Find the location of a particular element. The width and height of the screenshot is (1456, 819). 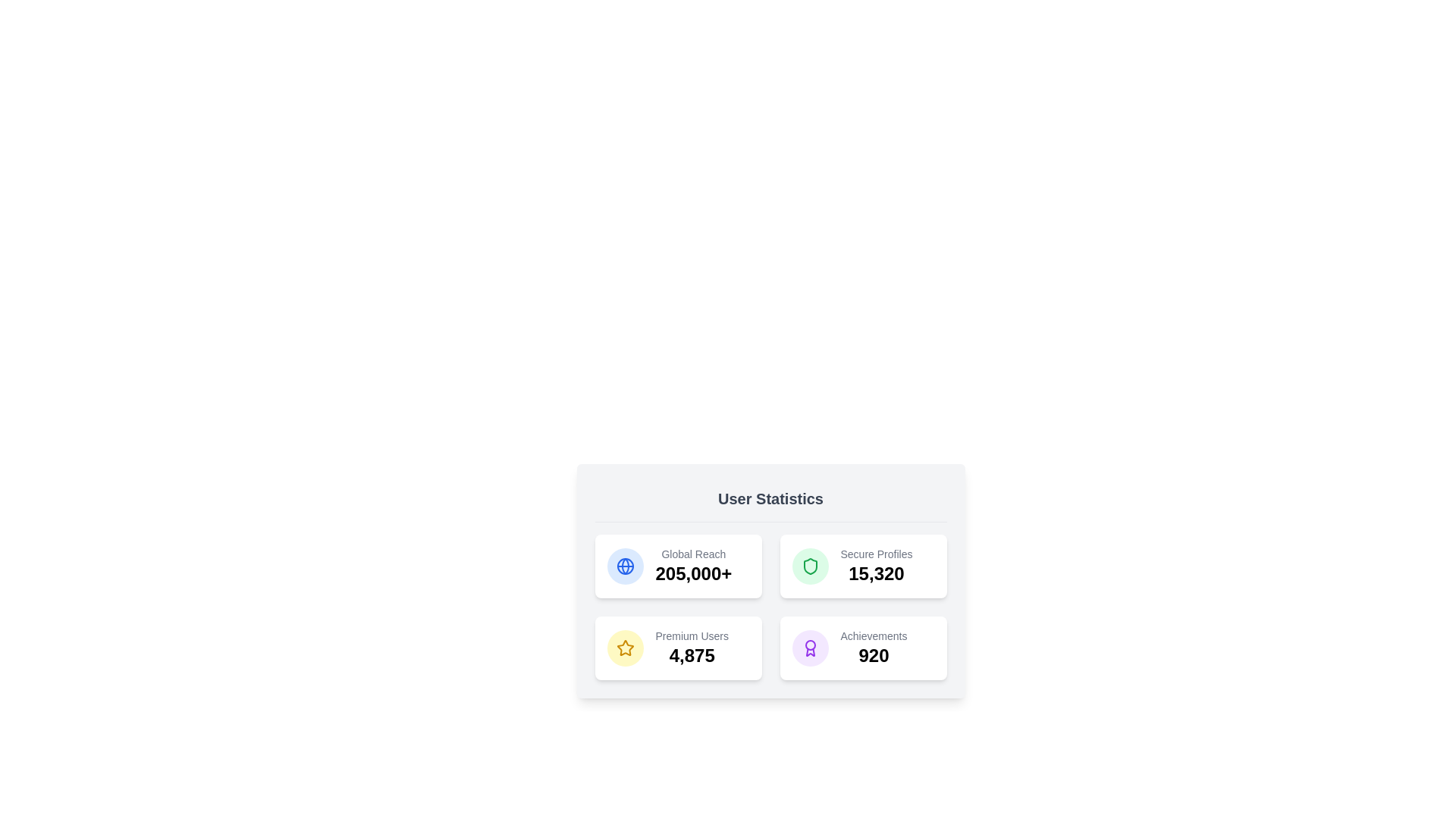

the design of the yellow five-pointed star icon located in the fourth block of the user statistics section under the 'Achievements' category is located at coordinates (625, 648).